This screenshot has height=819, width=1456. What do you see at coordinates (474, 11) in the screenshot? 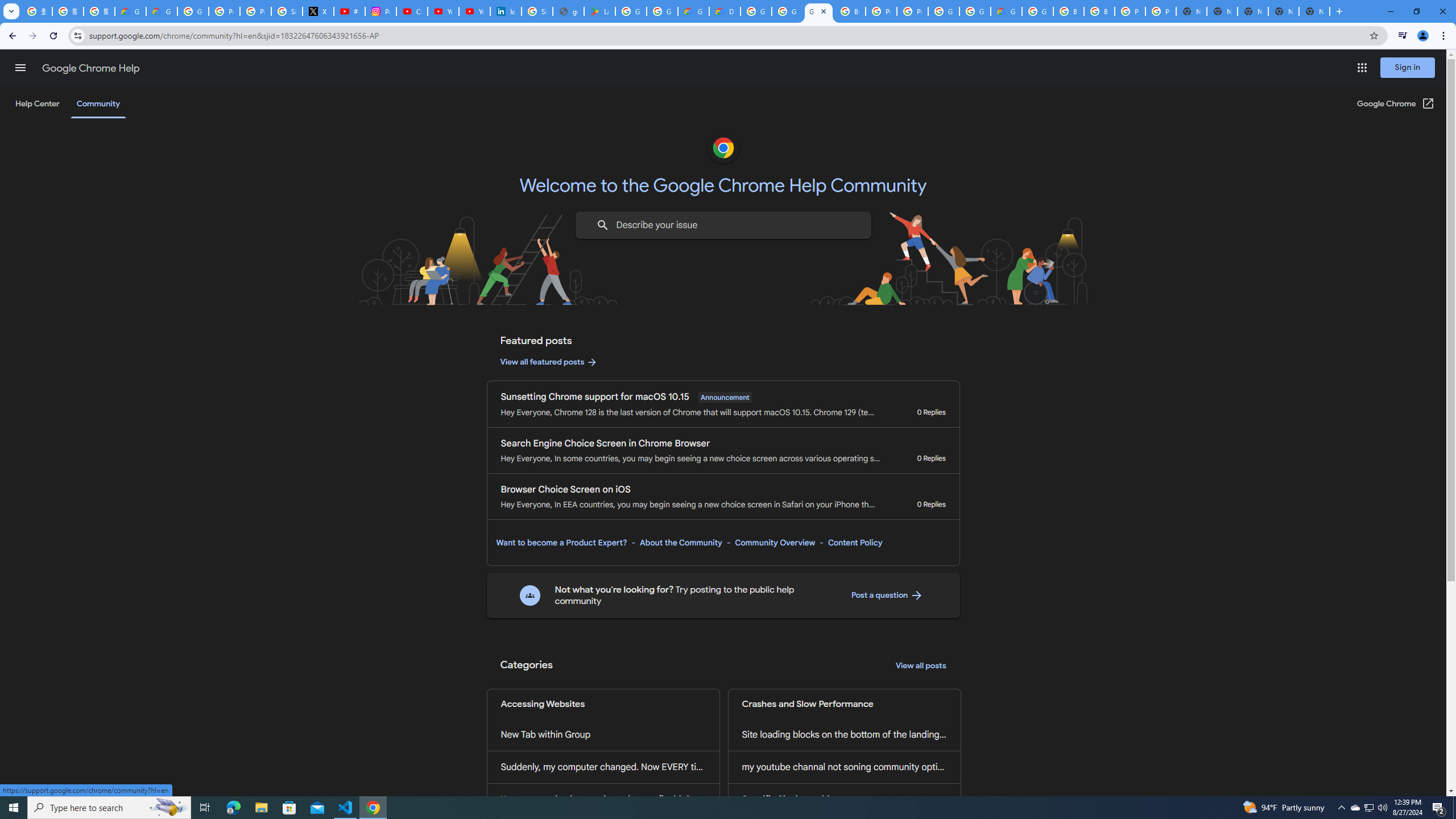
I see `'YouTube Culture & Trends - YouTube Top 10, 2021'` at bounding box center [474, 11].